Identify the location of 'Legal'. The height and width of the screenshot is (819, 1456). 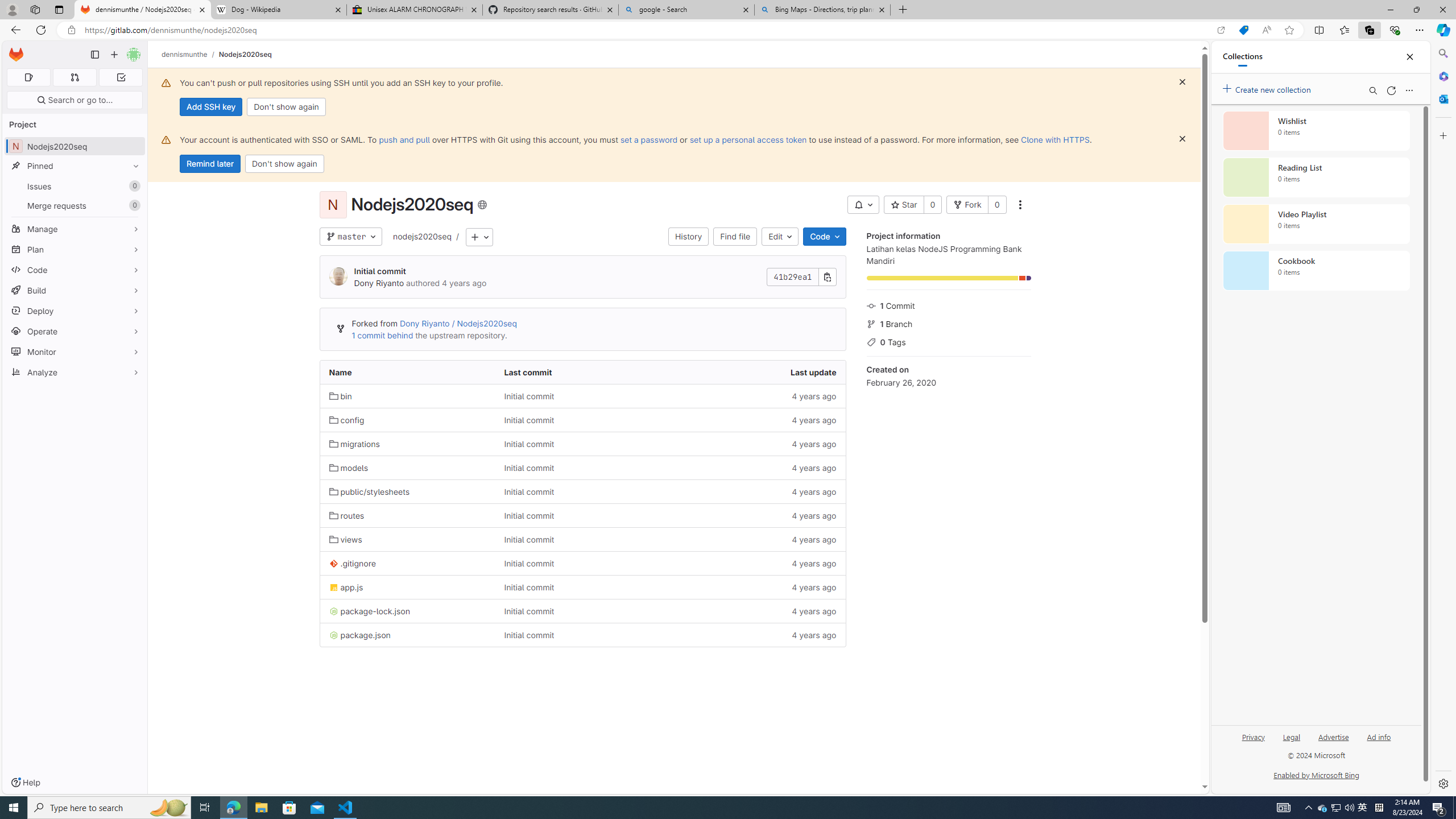
(1291, 736).